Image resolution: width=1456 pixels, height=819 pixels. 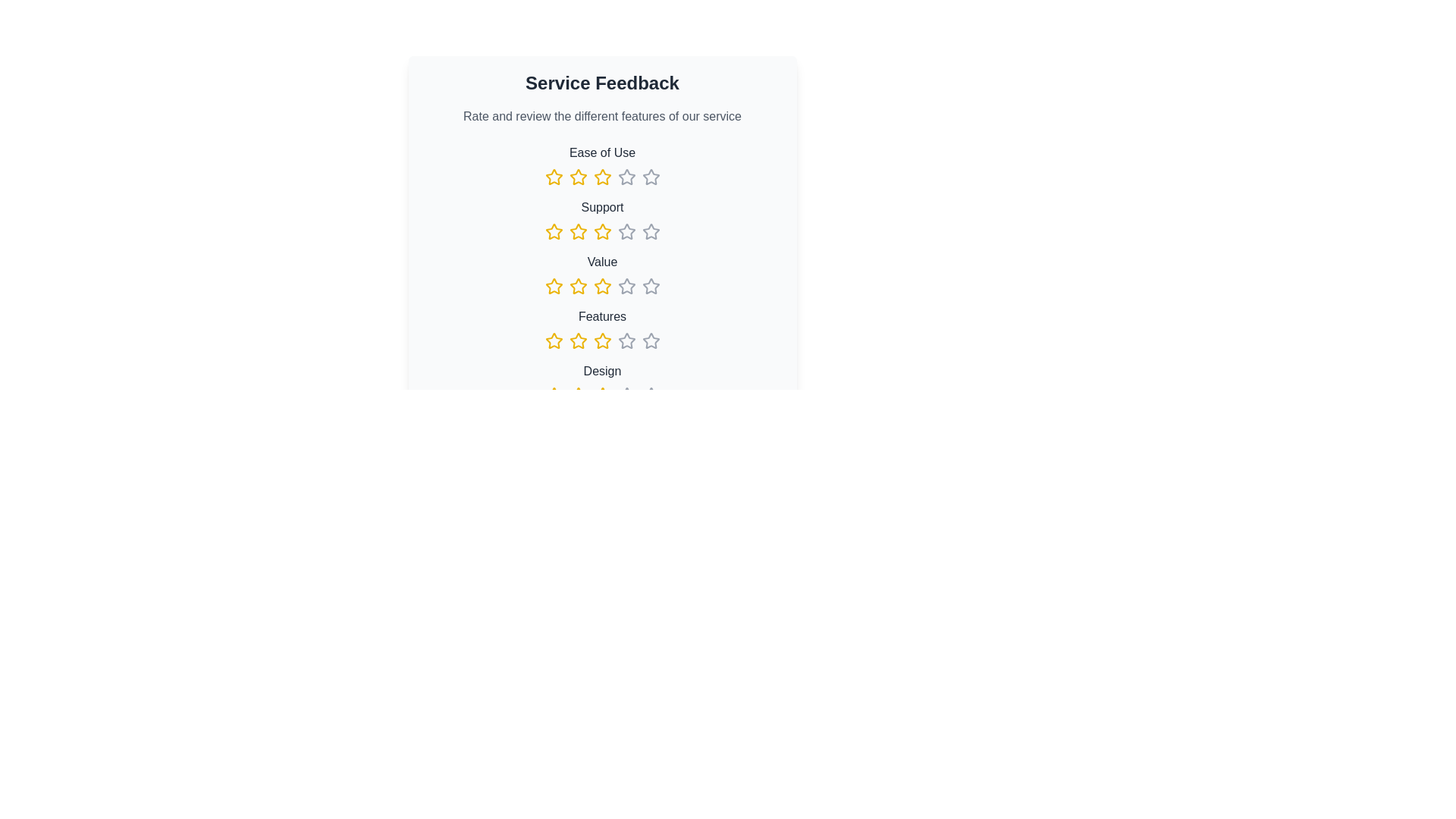 I want to click on the third star icon styled in yellow for ratings in the 'Features' category, so click(x=577, y=341).